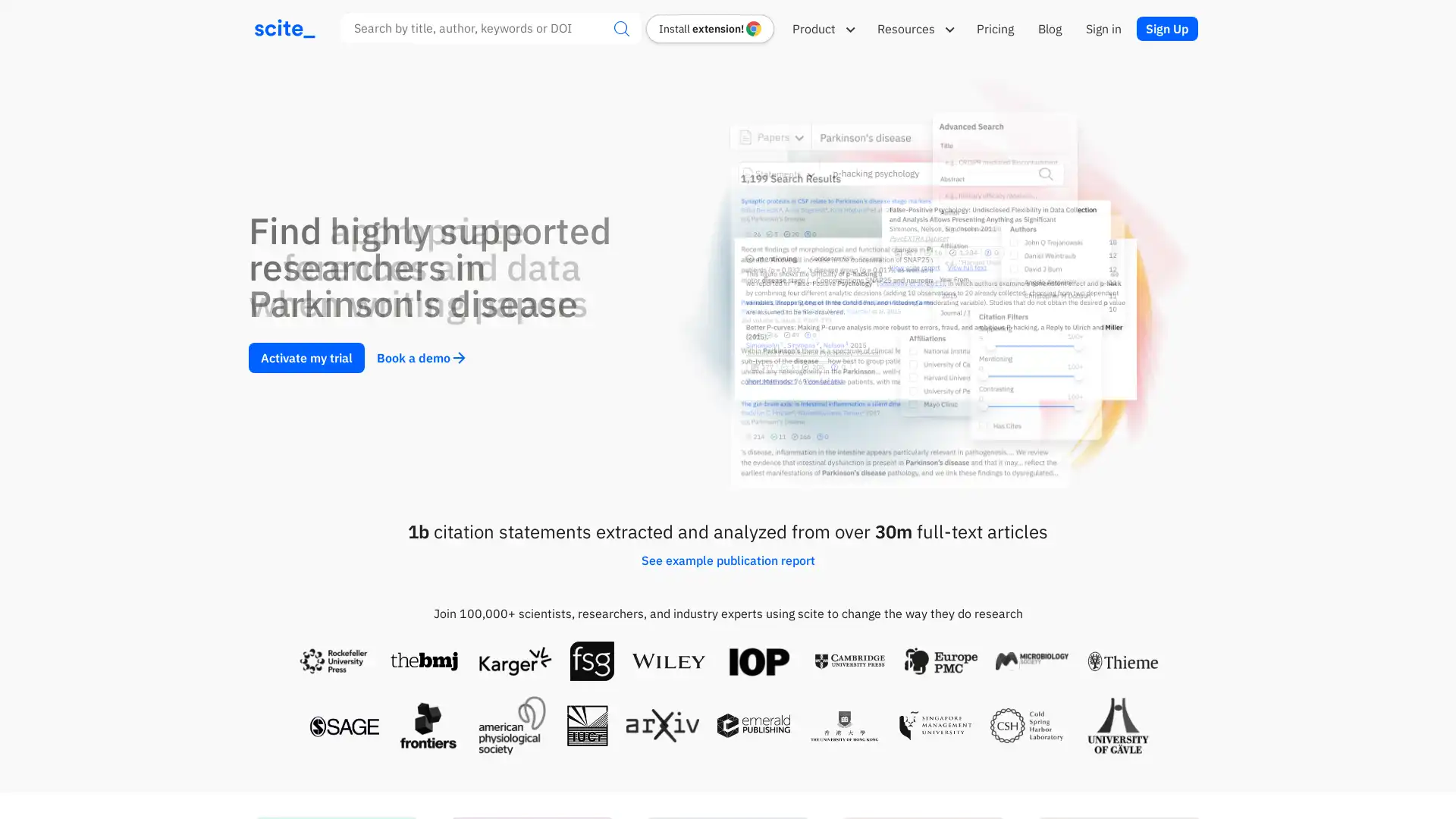 Image resolution: width=1456 pixels, height=819 pixels. What do you see at coordinates (422, 357) in the screenshot?
I see `Book a demo` at bounding box center [422, 357].